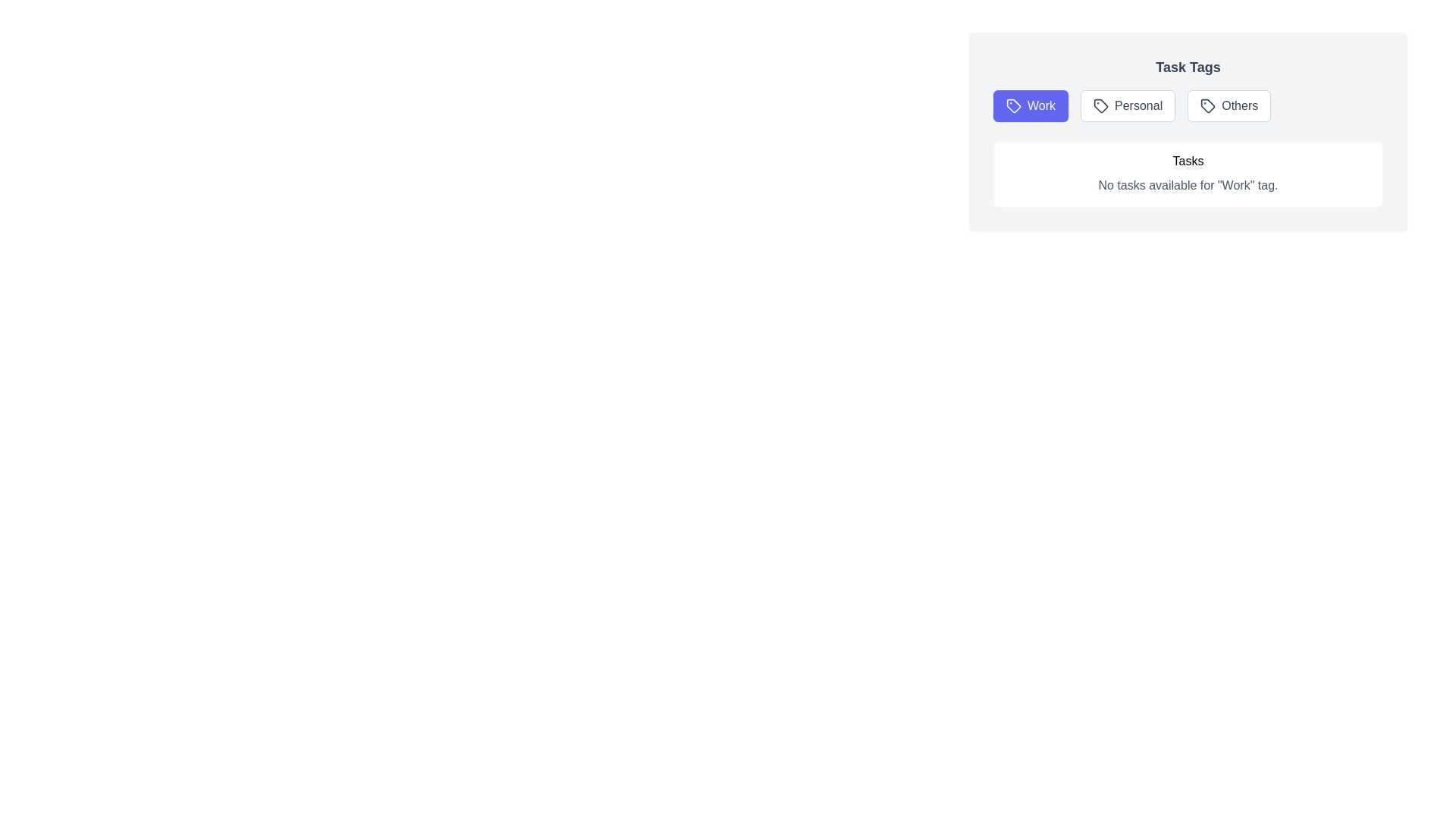  Describe the element at coordinates (1128, 105) in the screenshot. I see `the 'Personal' button in the 'Task Tags' section` at that location.